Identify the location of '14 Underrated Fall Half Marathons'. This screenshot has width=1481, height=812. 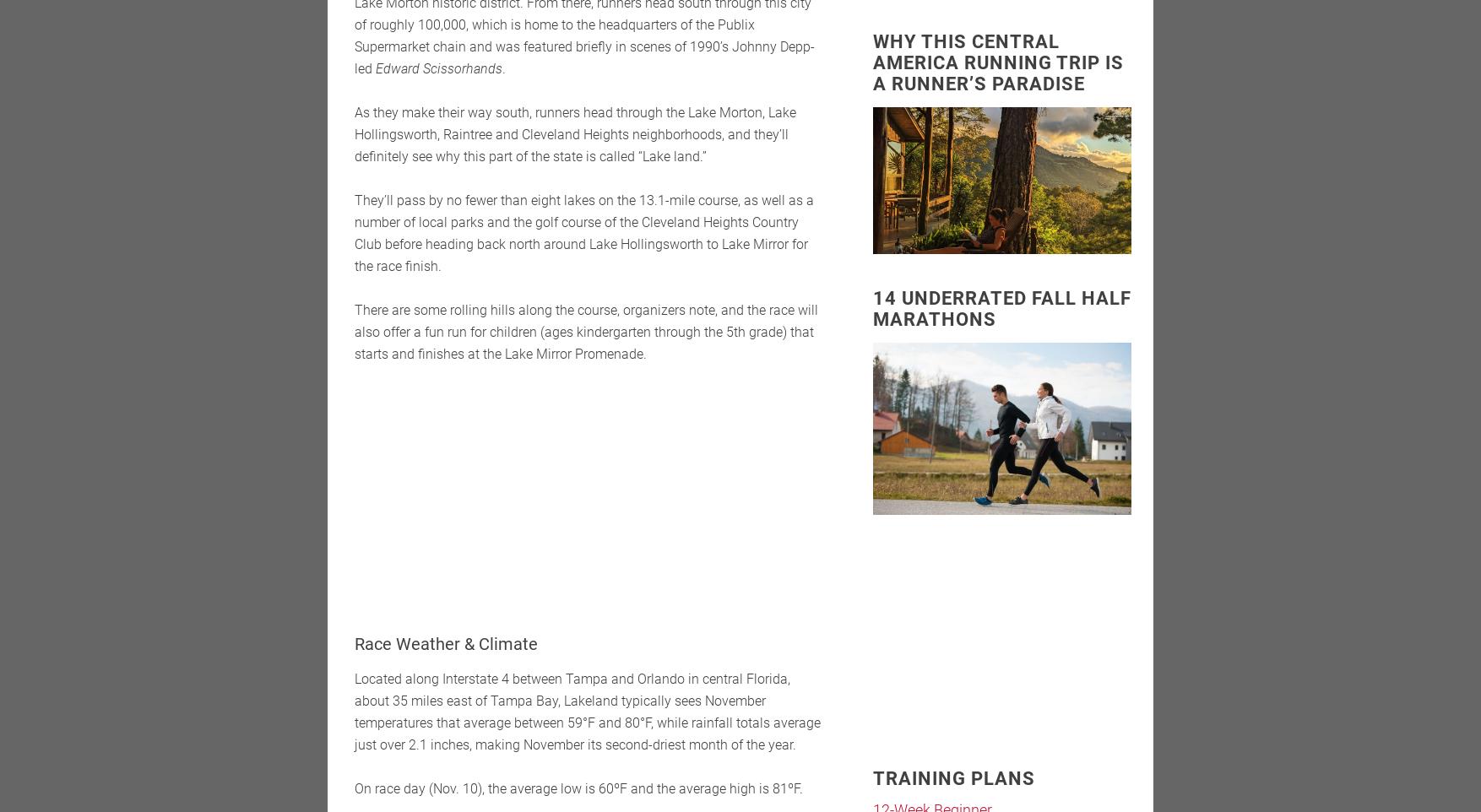
(871, 307).